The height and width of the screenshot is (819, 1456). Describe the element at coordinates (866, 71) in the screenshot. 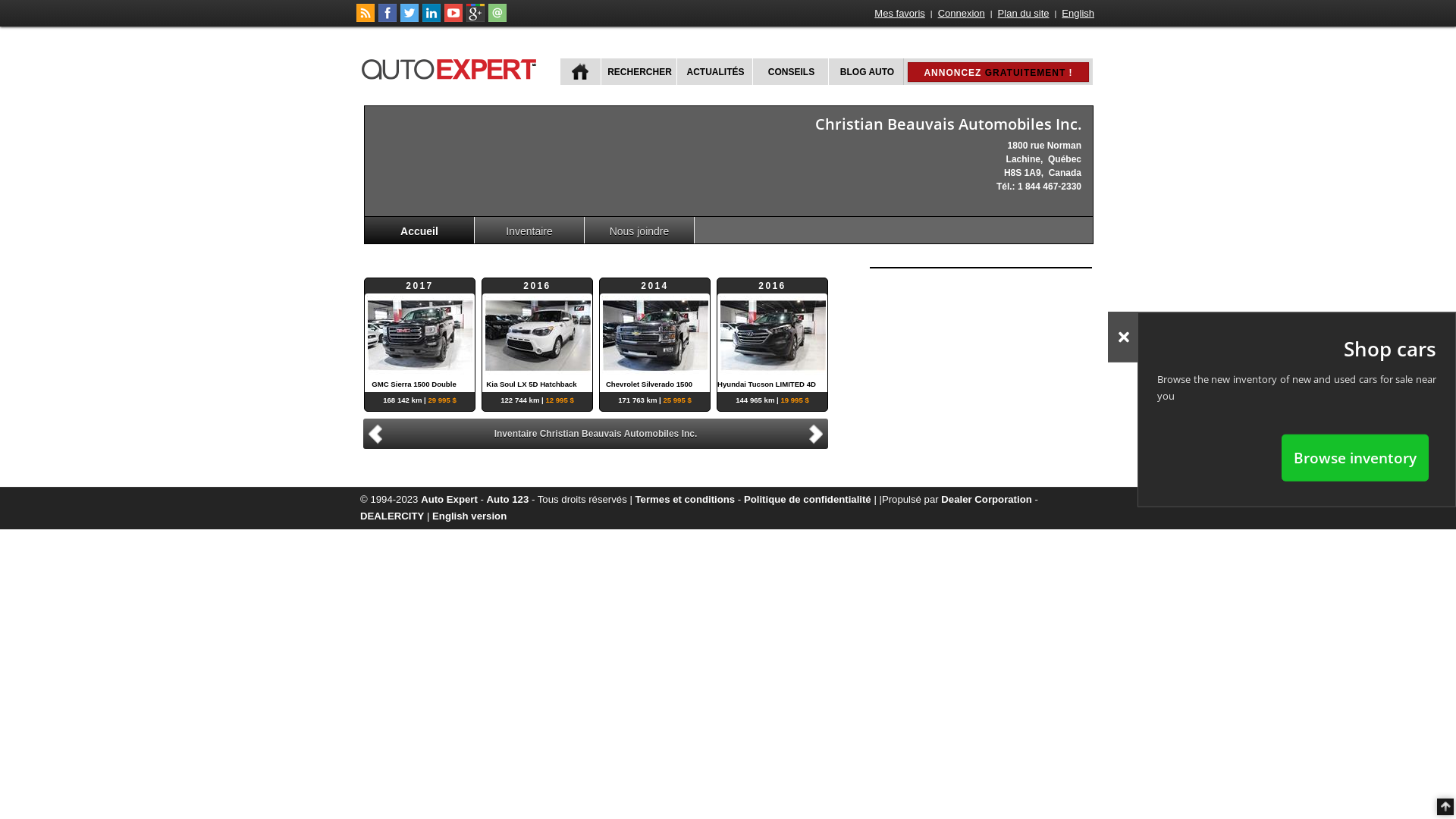

I see `'BLOG AUTO'` at that location.